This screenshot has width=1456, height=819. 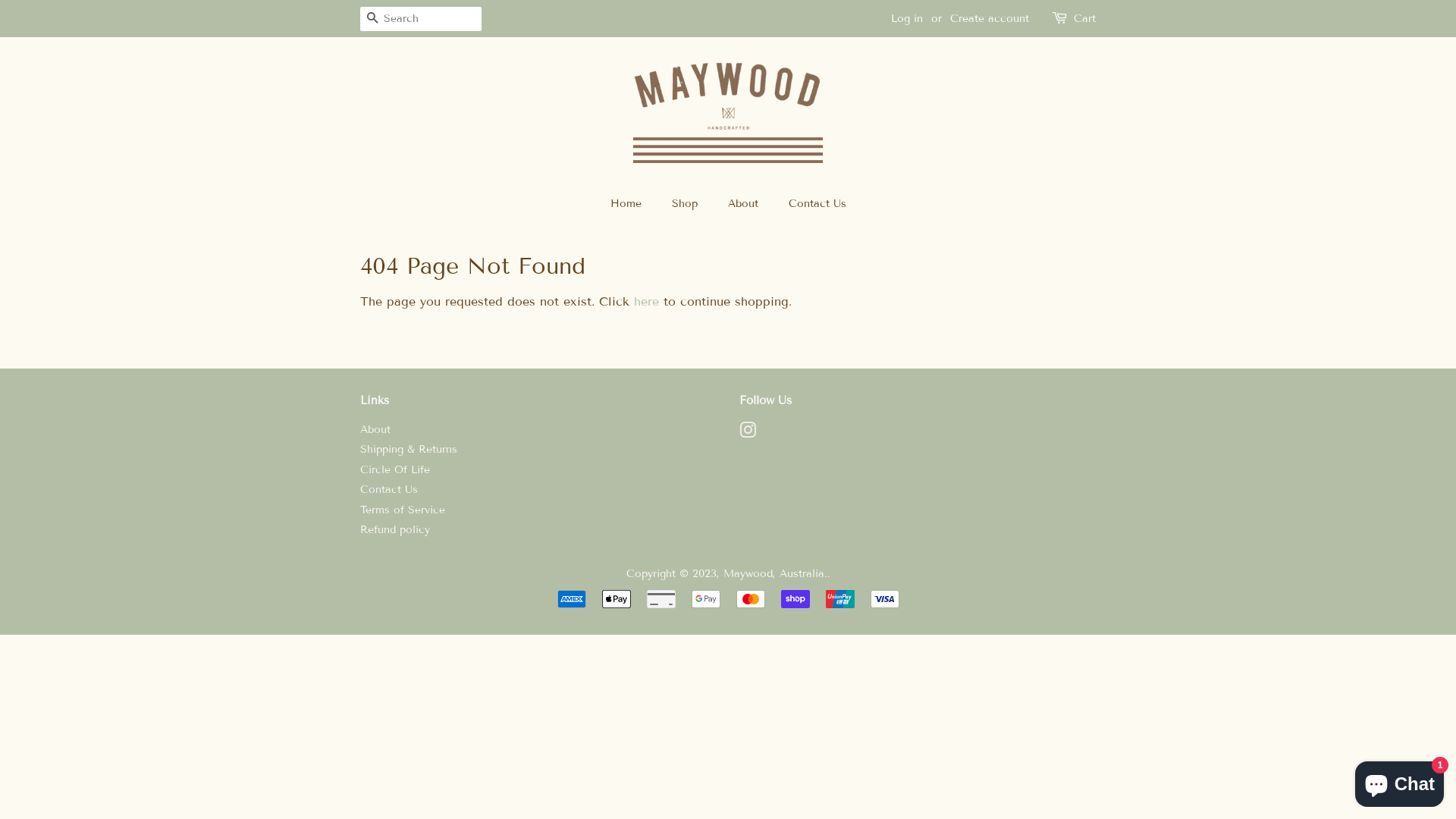 I want to click on 'Search', so click(x=372, y=19).